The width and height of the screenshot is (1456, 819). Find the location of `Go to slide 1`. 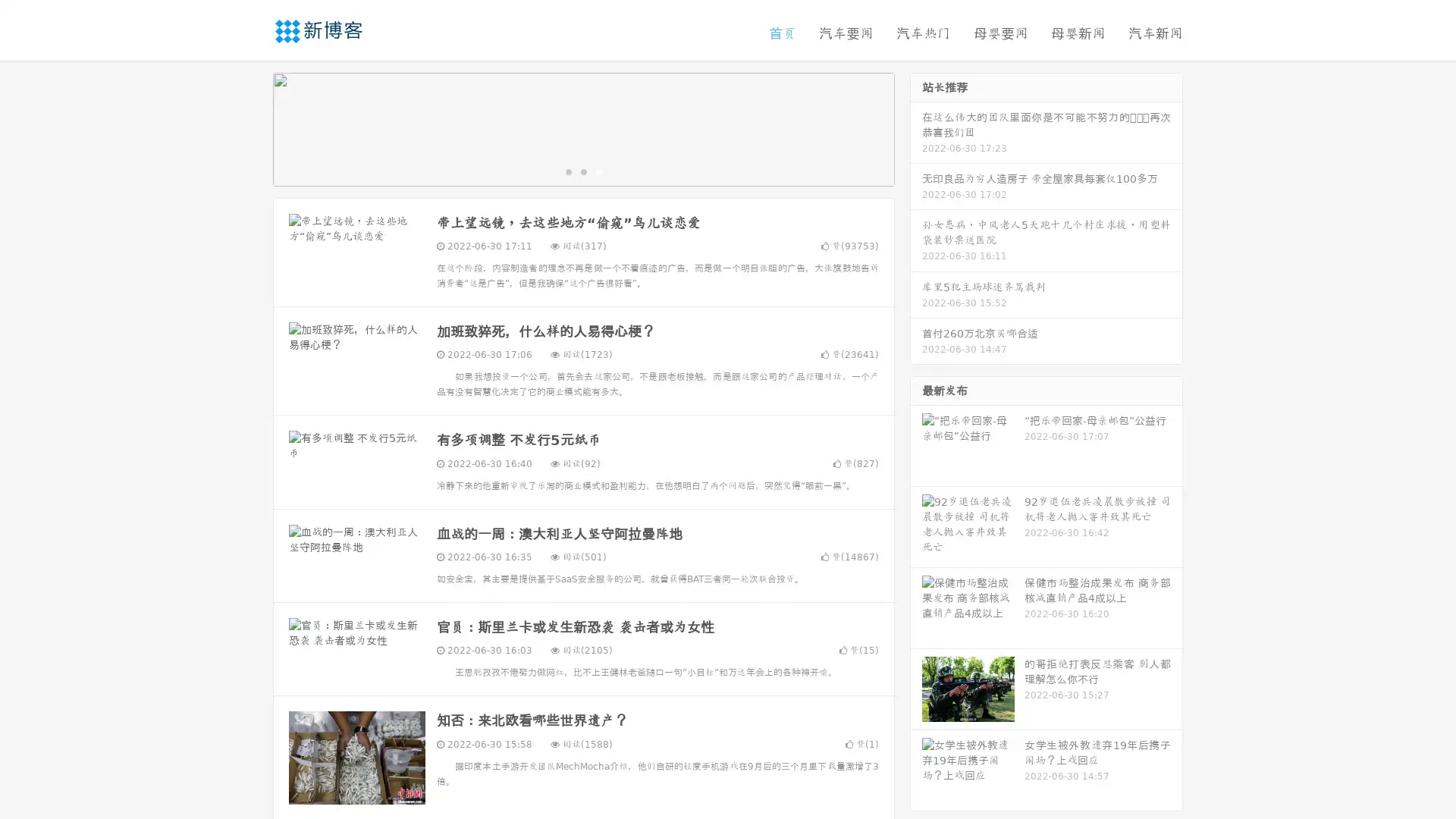

Go to slide 1 is located at coordinates (567, 171).